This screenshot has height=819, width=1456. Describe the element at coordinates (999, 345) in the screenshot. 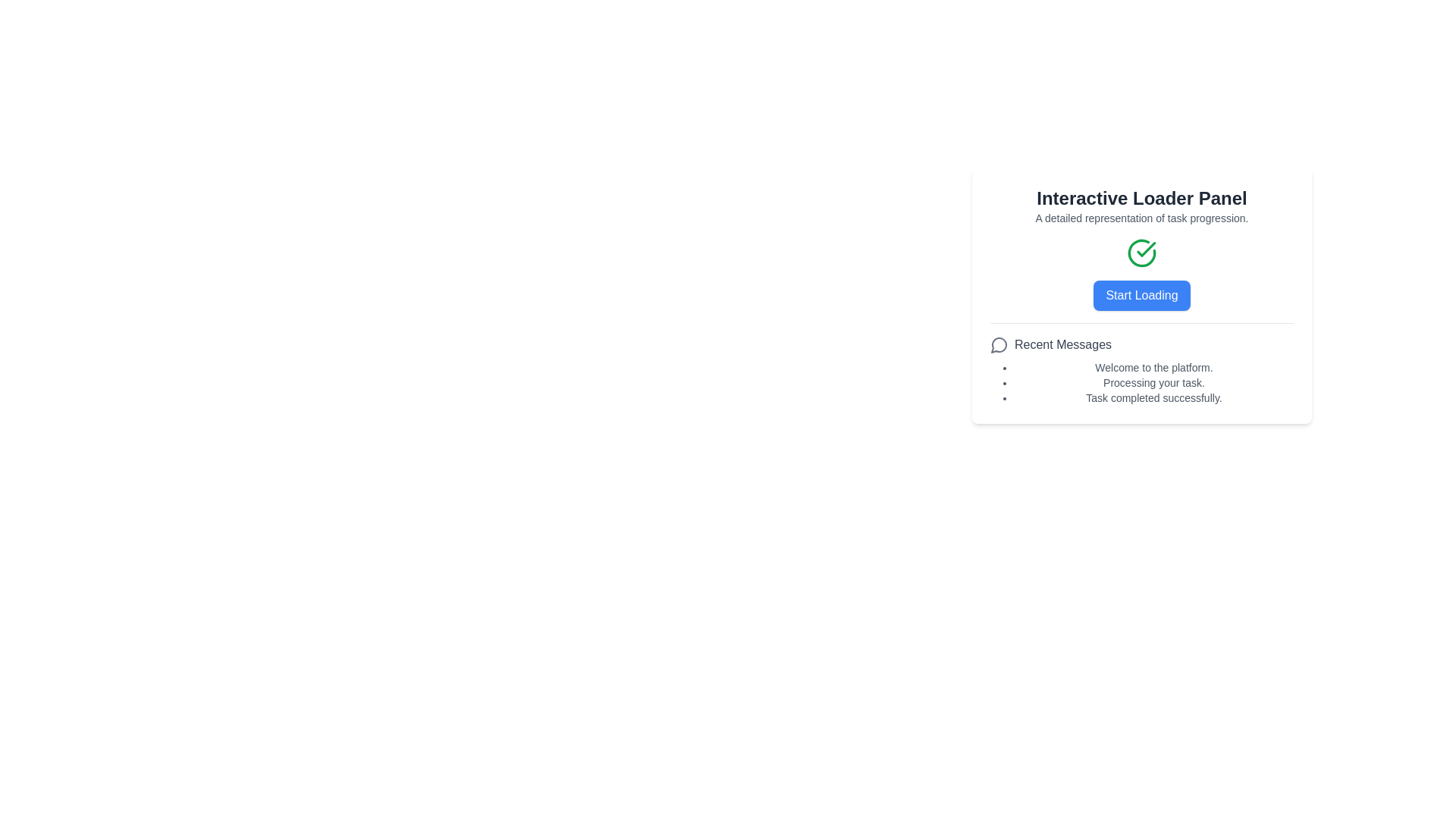

I see `the graphical icon associated with the 'Recent Messages' section to trigger the tooltip or focus effect` at that location.